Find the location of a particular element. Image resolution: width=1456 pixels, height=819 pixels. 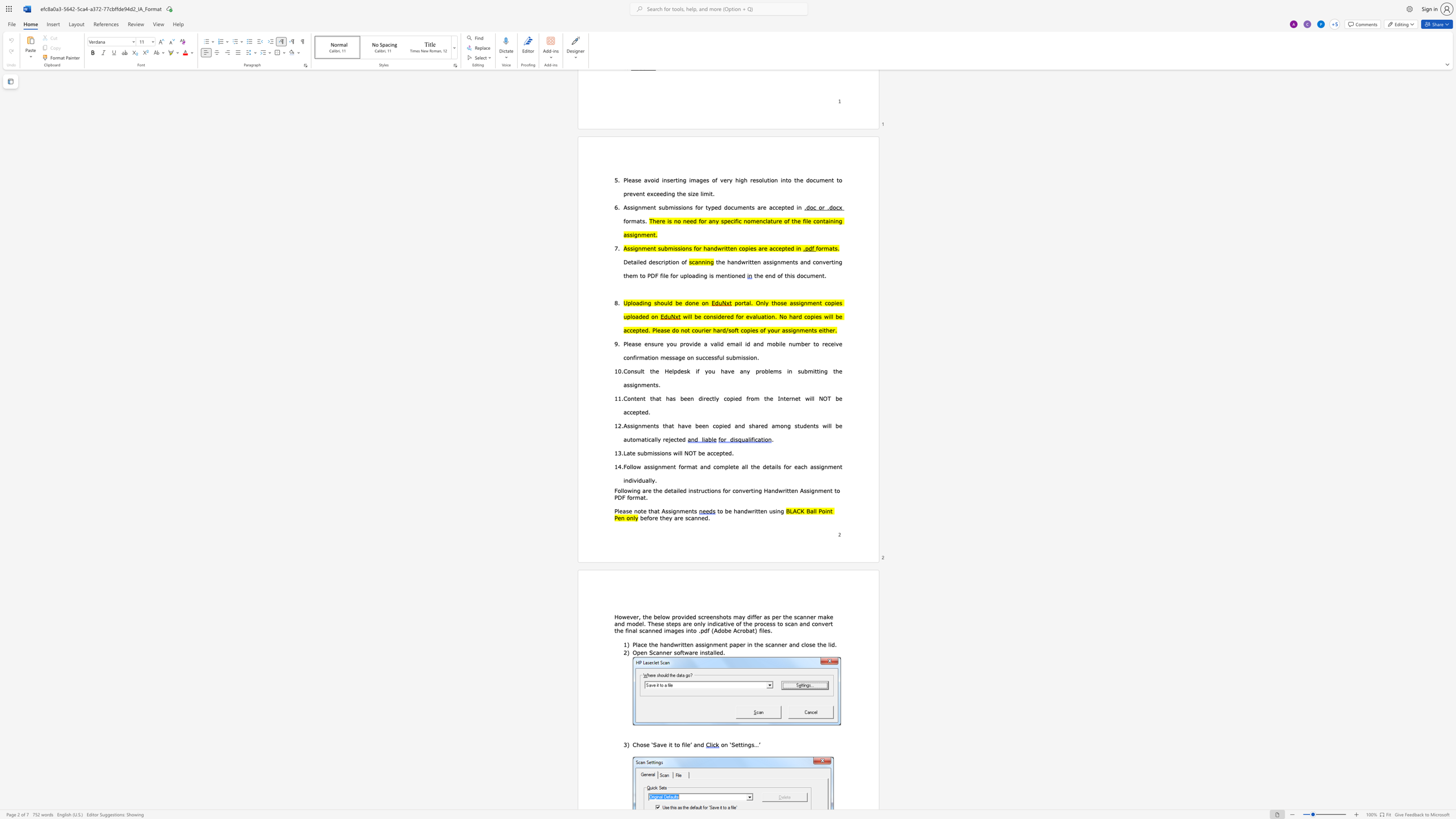

the 1th character "u" in the text is located at coordinates (643, 480).